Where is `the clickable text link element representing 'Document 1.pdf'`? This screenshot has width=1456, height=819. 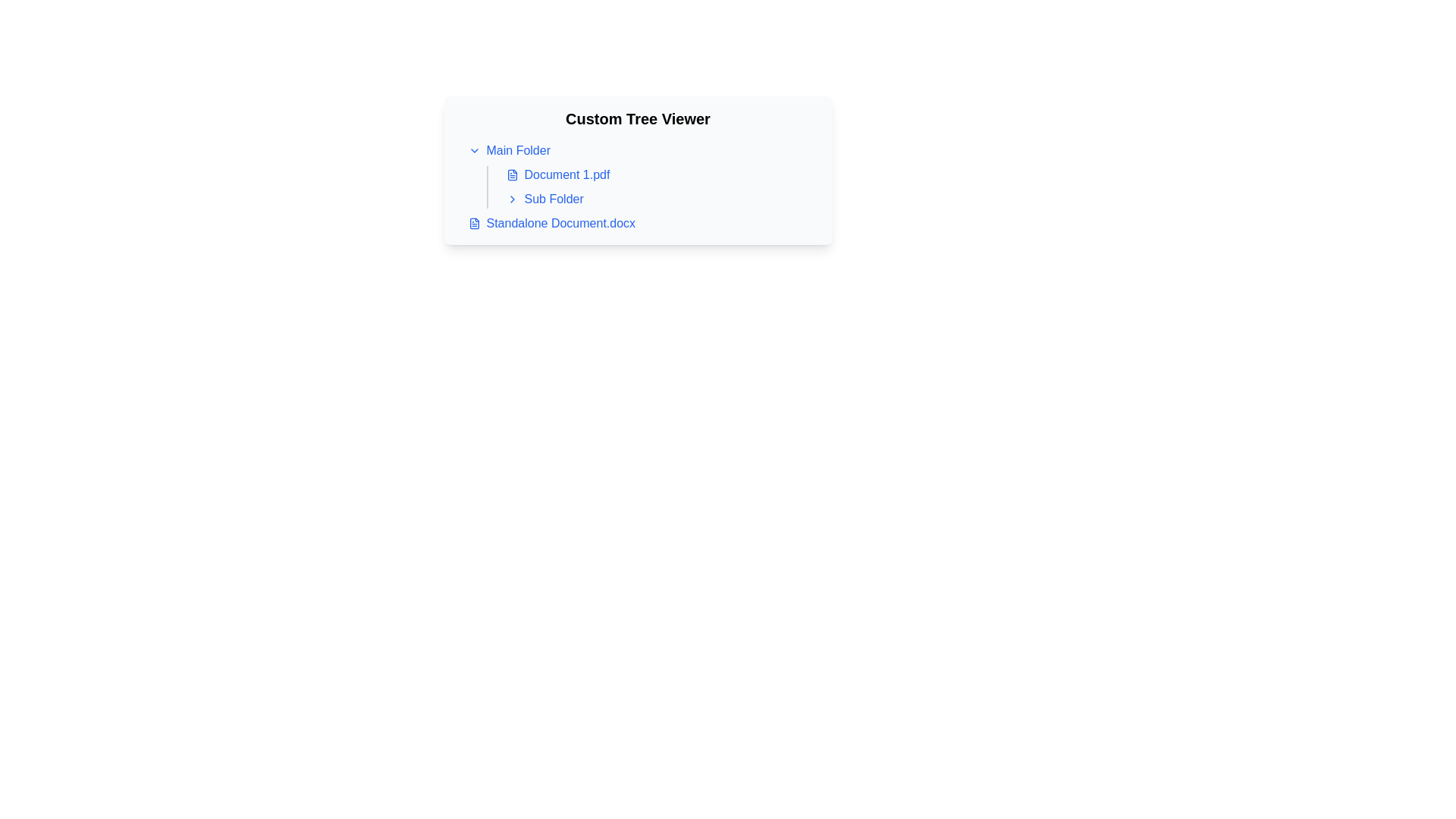 the clickable text link element representing 'Document 1.pdf' is located at coordinates (566, 174).